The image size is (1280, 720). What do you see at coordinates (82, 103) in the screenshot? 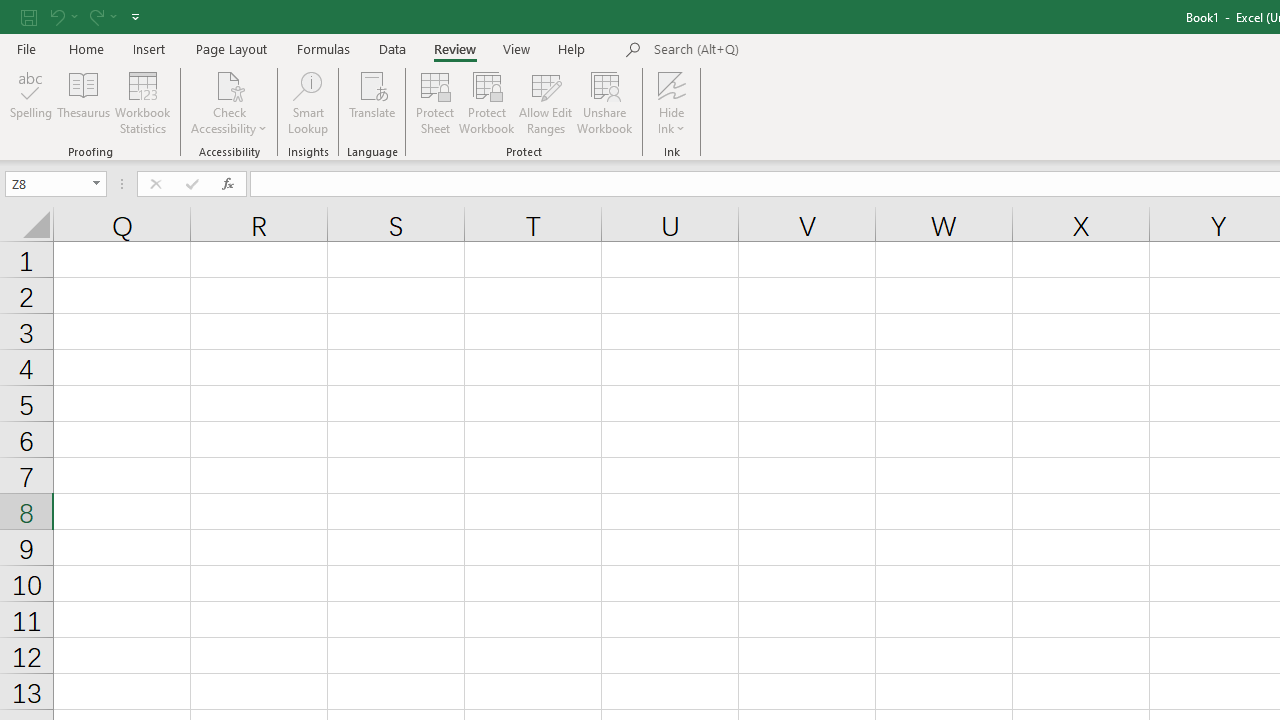
I see `'Thesaurus...'` at bounding box center [82, 103].